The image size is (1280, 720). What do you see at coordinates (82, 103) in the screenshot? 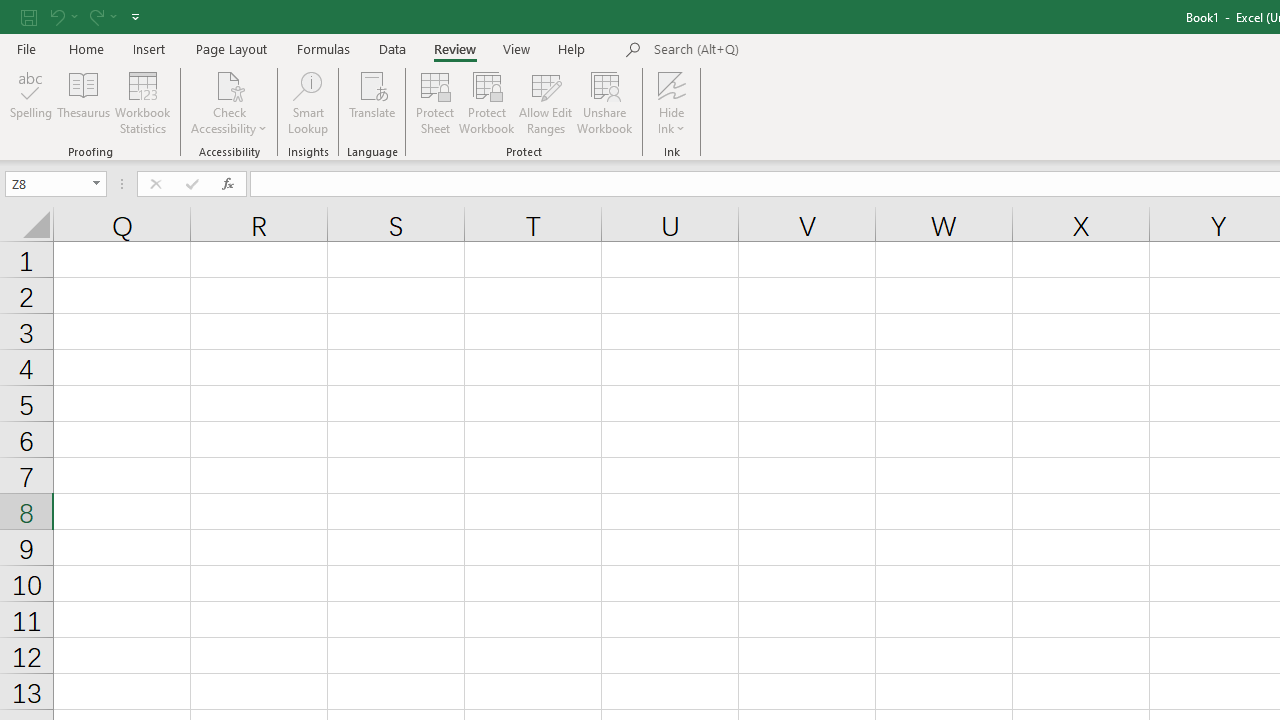
I see `'Thesaurus...'` at bounding box center [82, 103].